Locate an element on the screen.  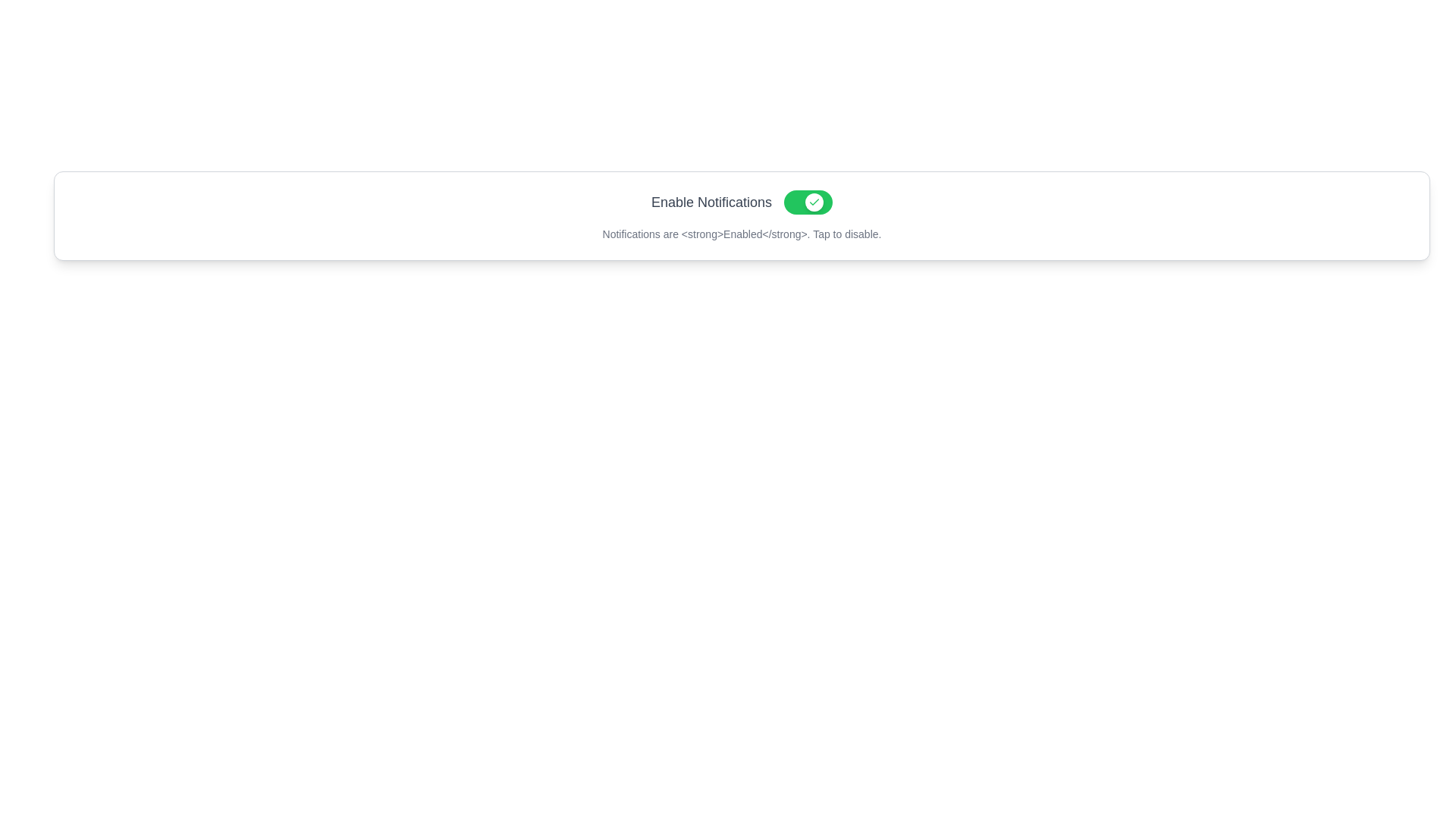
the small circular toggle handle with a green checkmark icon, located on the far right of the toggle switch component is located at coordinates (814, 201).